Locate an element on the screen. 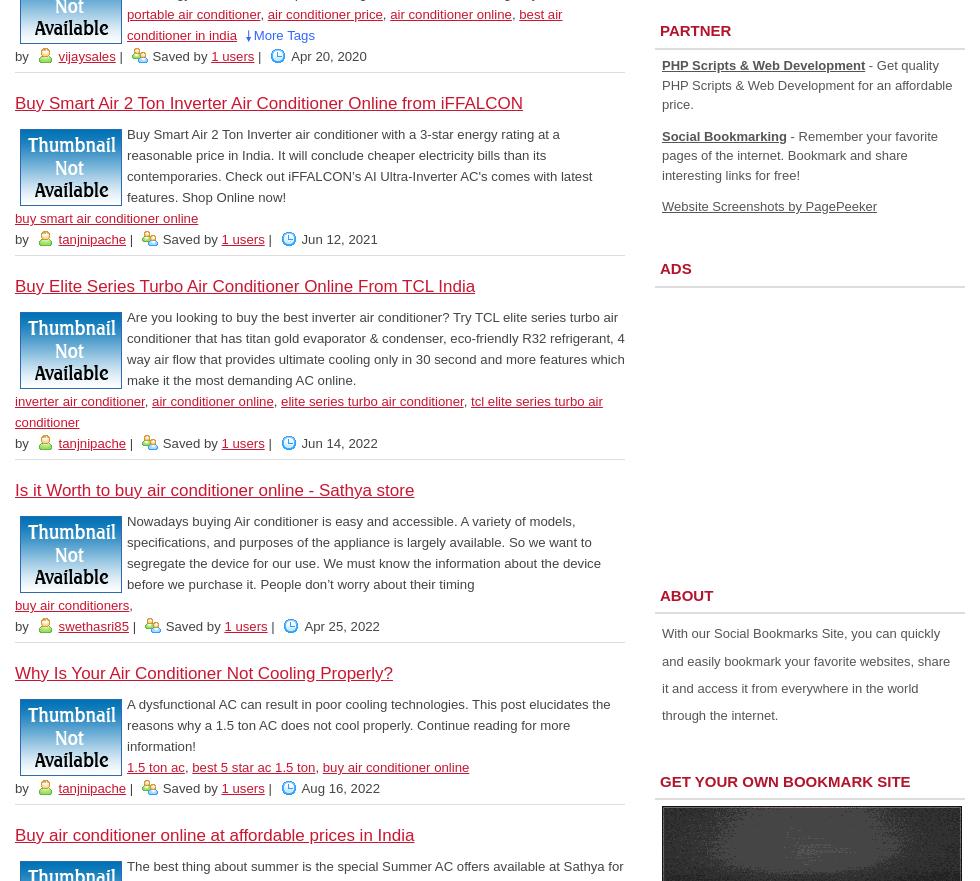 The width and height of the screenshot is (980, 881). 'Buy air conditioner online at affordable prices in India' is located at coordinates (214, 834).